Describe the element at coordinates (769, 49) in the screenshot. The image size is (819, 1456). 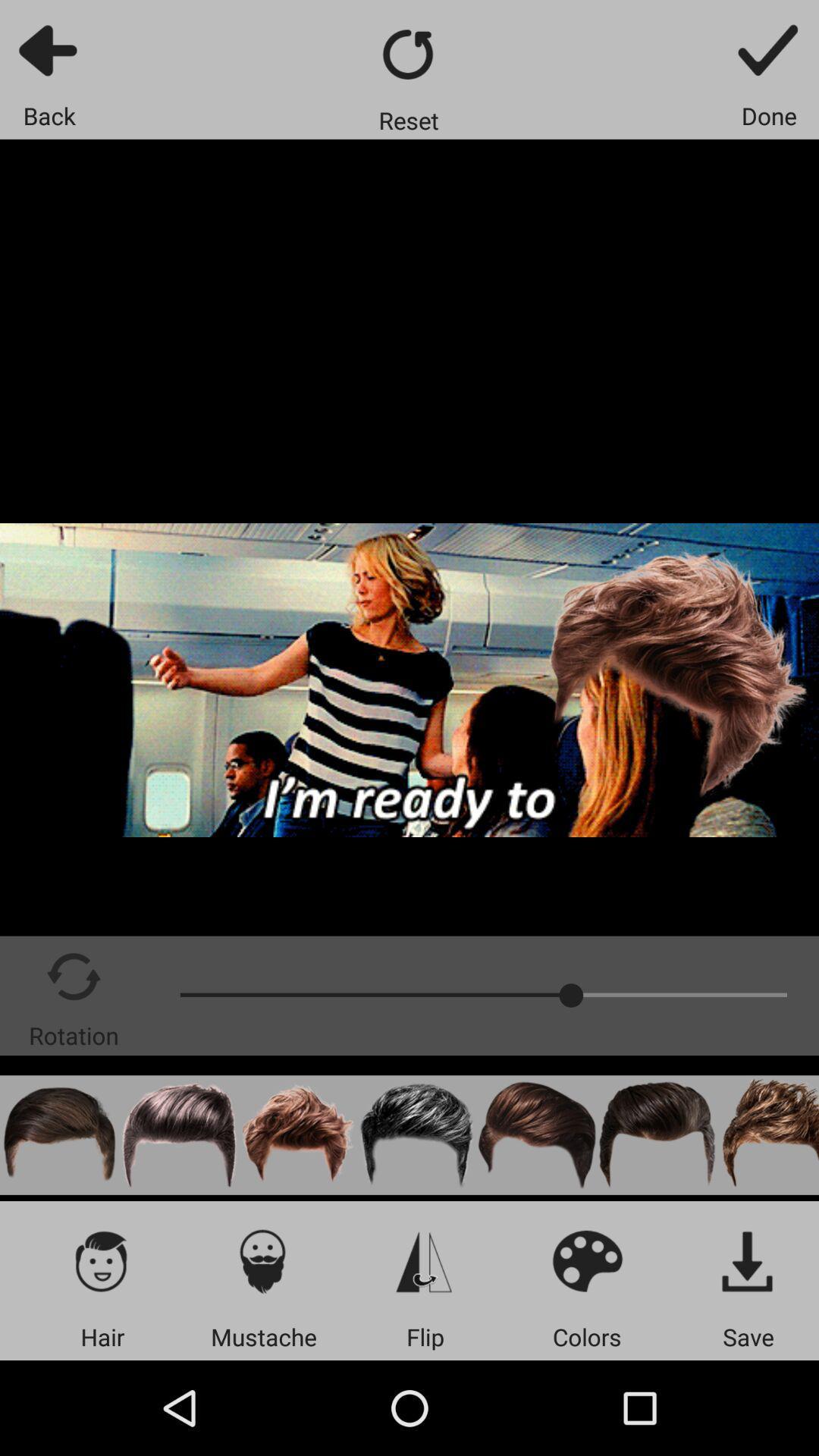
I see `finish` at that location.